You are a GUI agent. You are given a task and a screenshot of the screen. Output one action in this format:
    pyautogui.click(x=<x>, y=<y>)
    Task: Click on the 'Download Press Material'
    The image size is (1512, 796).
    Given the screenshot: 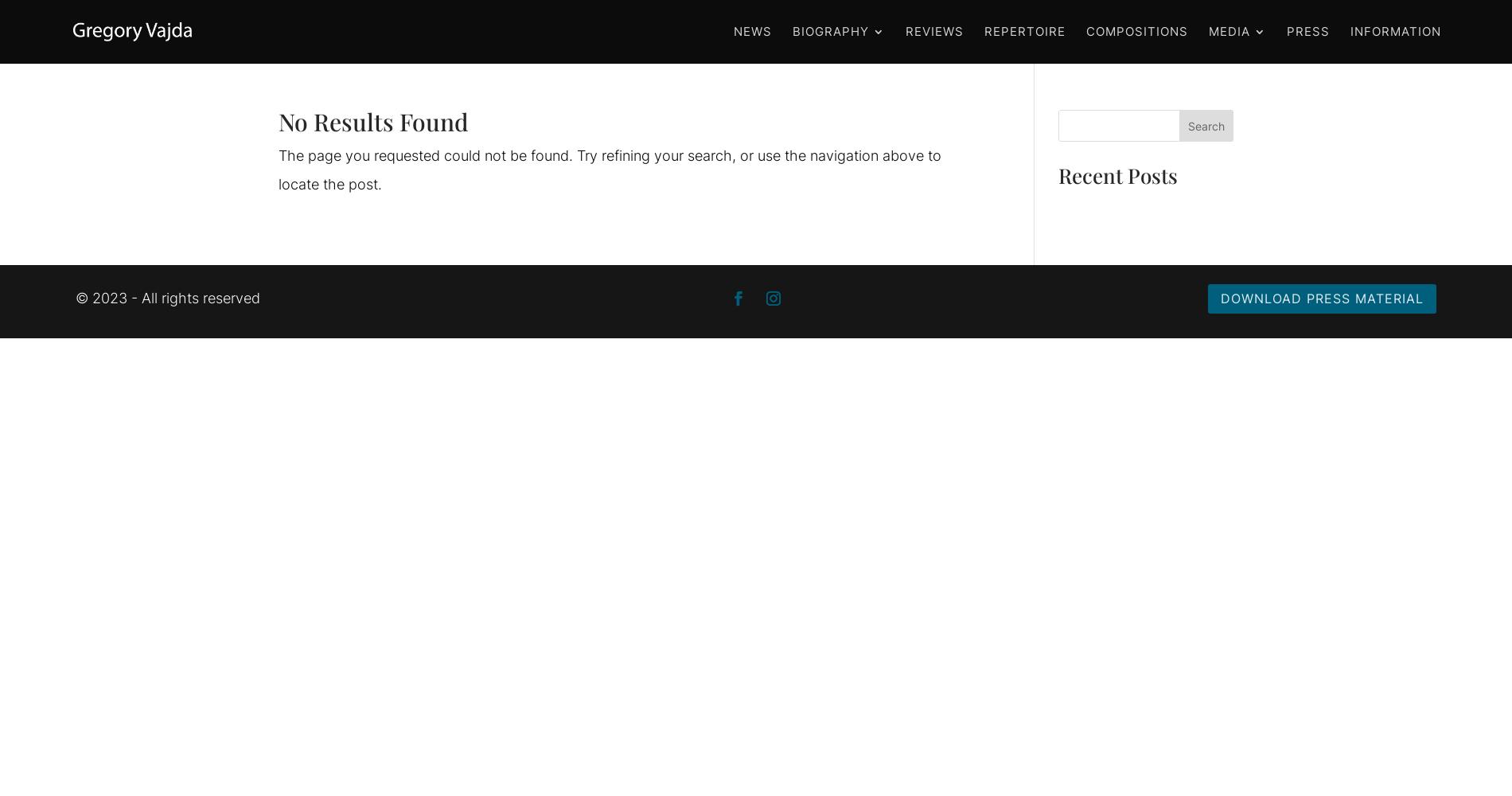 What is the action you would take?
    pyautogui.click(x=1321, y=298)
    